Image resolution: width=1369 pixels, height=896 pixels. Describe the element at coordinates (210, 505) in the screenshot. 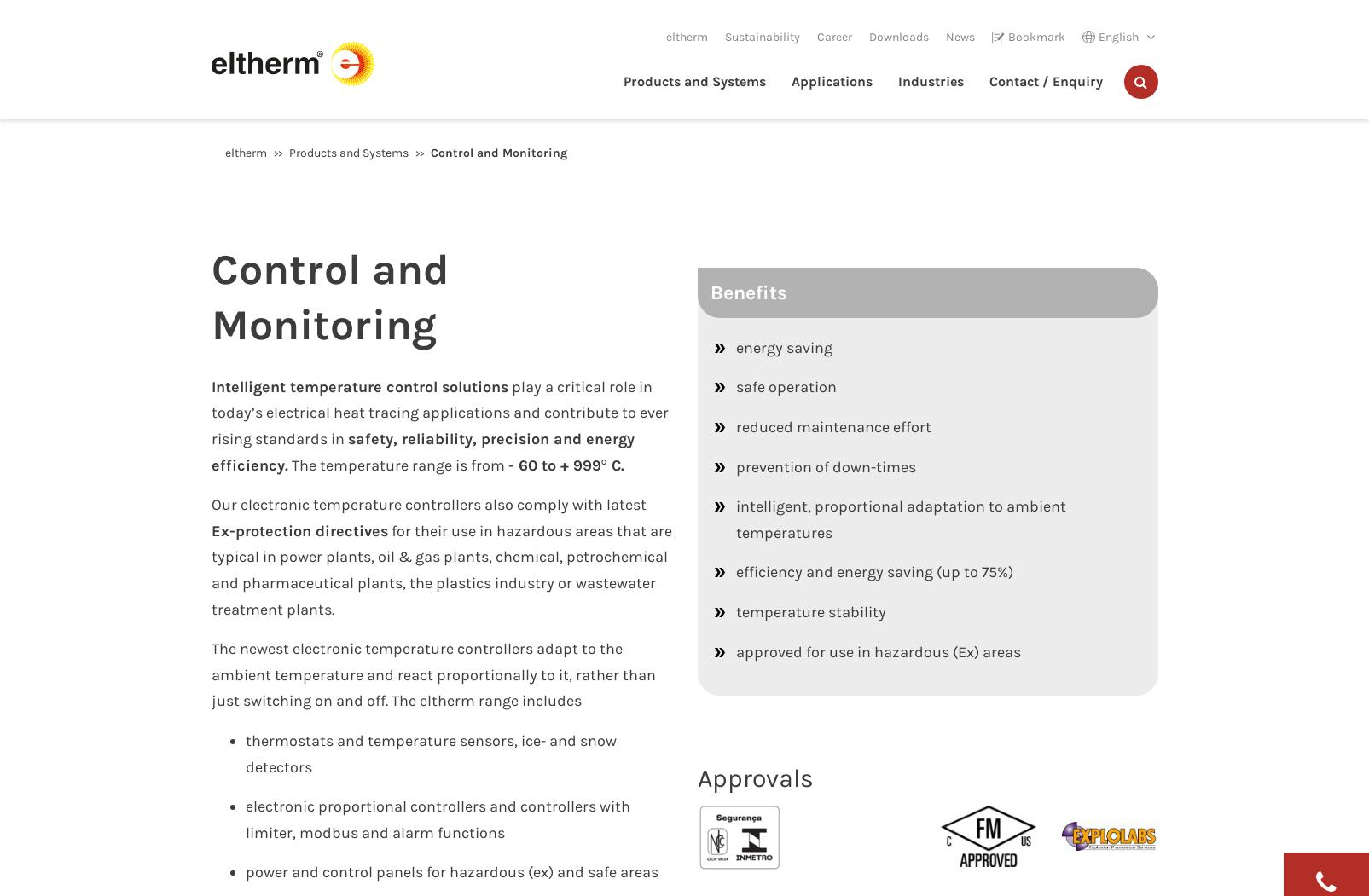

I see `'Our electronic temperature controllers also comply with latest'` at that location.